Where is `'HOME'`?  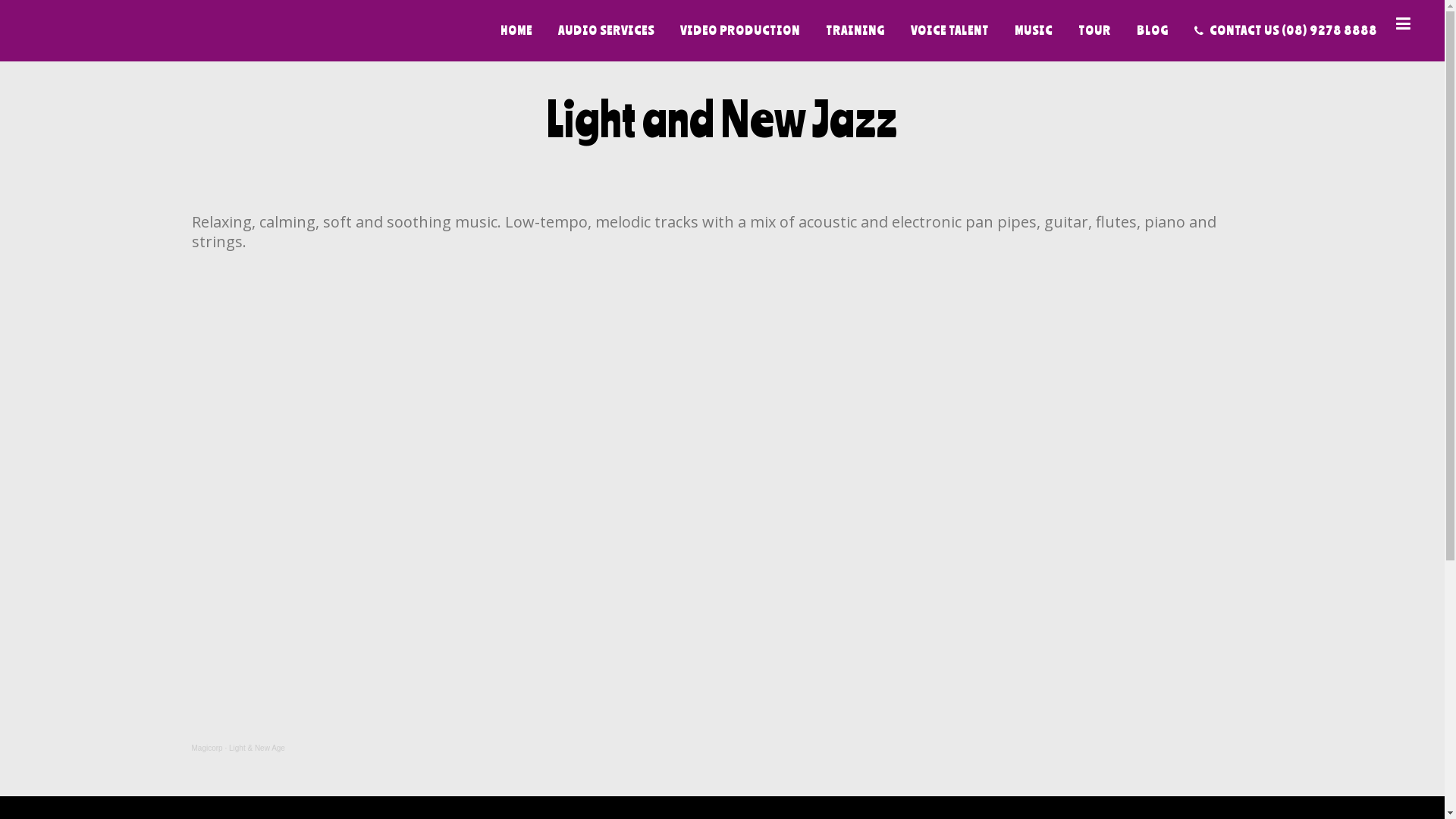
'HOME' is located at coordinates (516, 30).